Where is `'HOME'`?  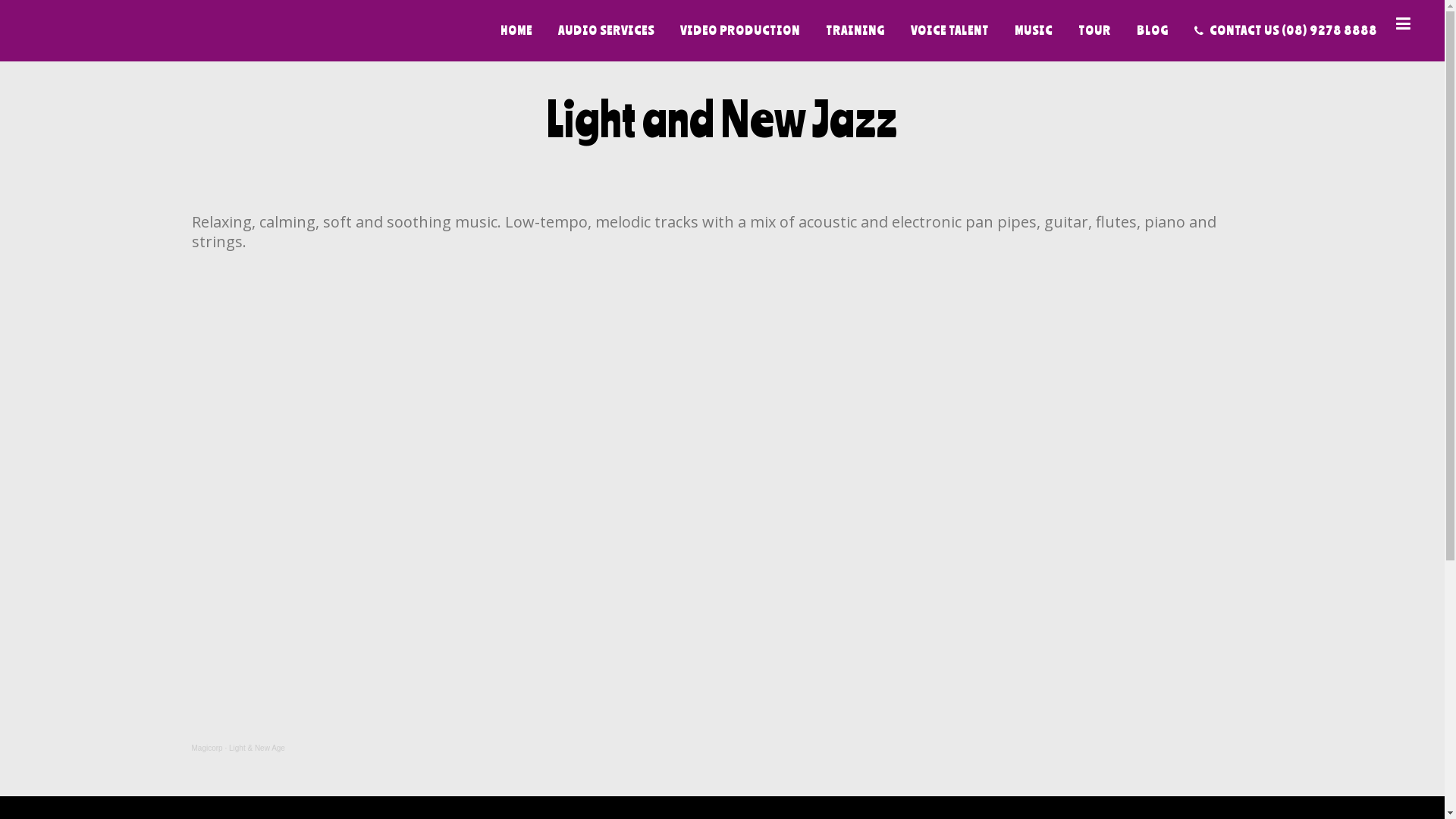
'HOME' is located at coordinates (516, 30).